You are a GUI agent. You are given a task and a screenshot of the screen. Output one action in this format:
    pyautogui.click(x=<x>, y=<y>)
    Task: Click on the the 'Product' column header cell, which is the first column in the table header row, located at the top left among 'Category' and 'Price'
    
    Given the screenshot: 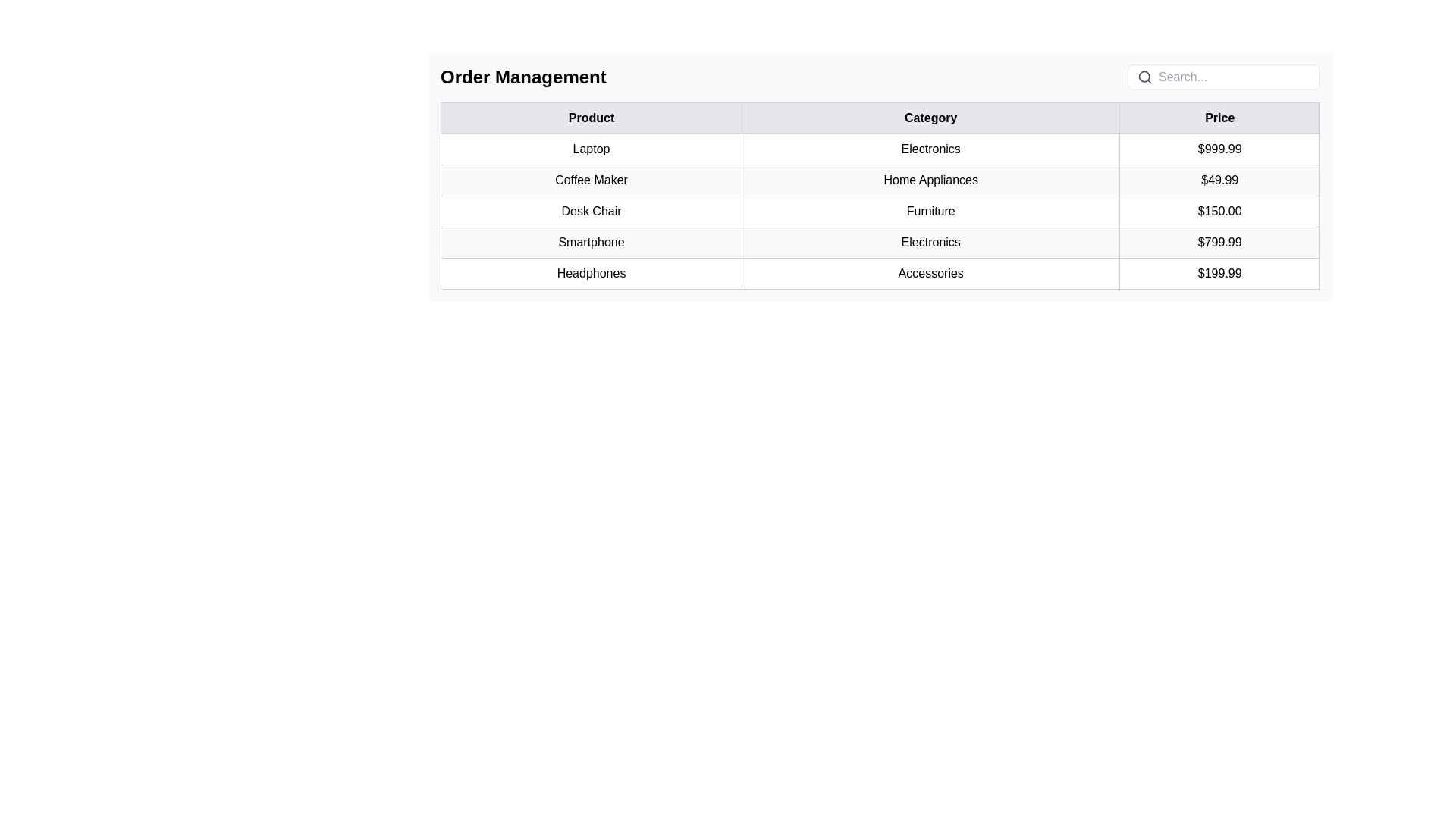 What is the action you would take?
    pyautogui.click(x=591, y=117)
    